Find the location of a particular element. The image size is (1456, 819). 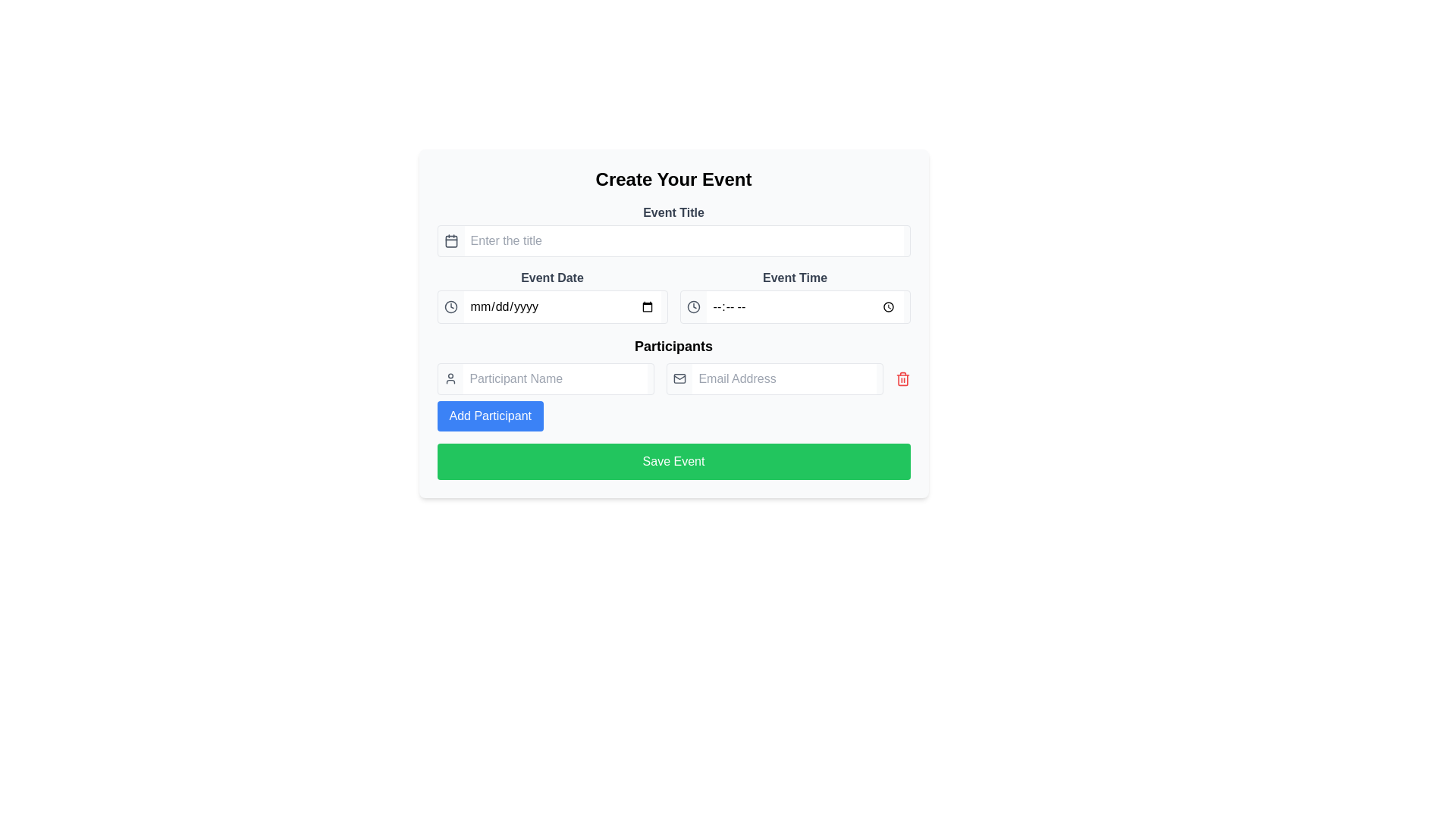

the text input field for entering a participant's name, which is located below the 'Event Date' and 'Event Time' fields and to the left of the 'Email Address' field is located at coordinates (545, 378).